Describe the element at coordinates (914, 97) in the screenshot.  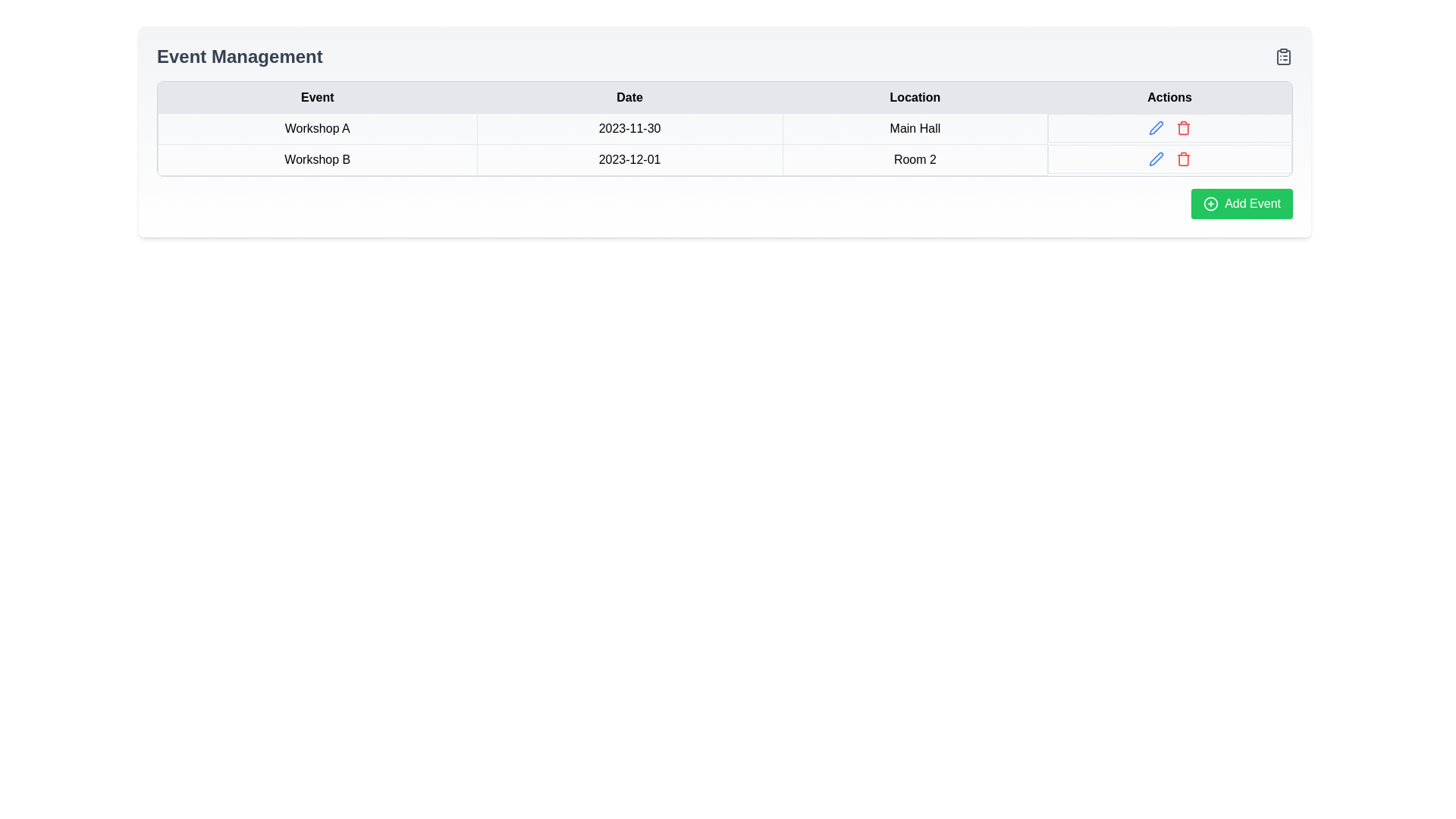
I see `the Table Header Cell titled 'Location', which has a gray background and black text, positioned between the 'Date' and 'Actions' cells` at that location.